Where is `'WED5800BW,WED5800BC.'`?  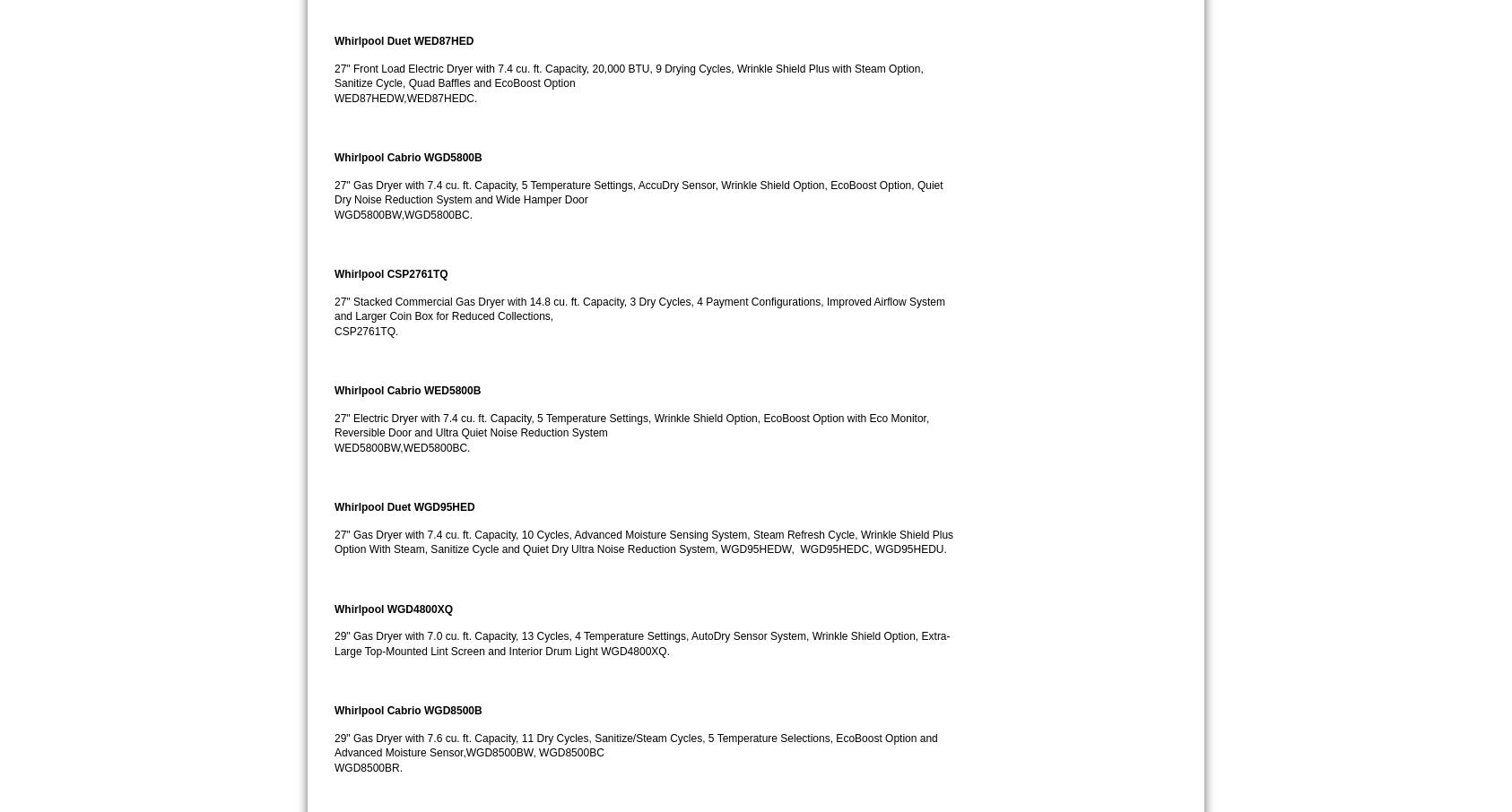
'WED5800BW,WED5800BC.' is located at coordinates (402, 447).